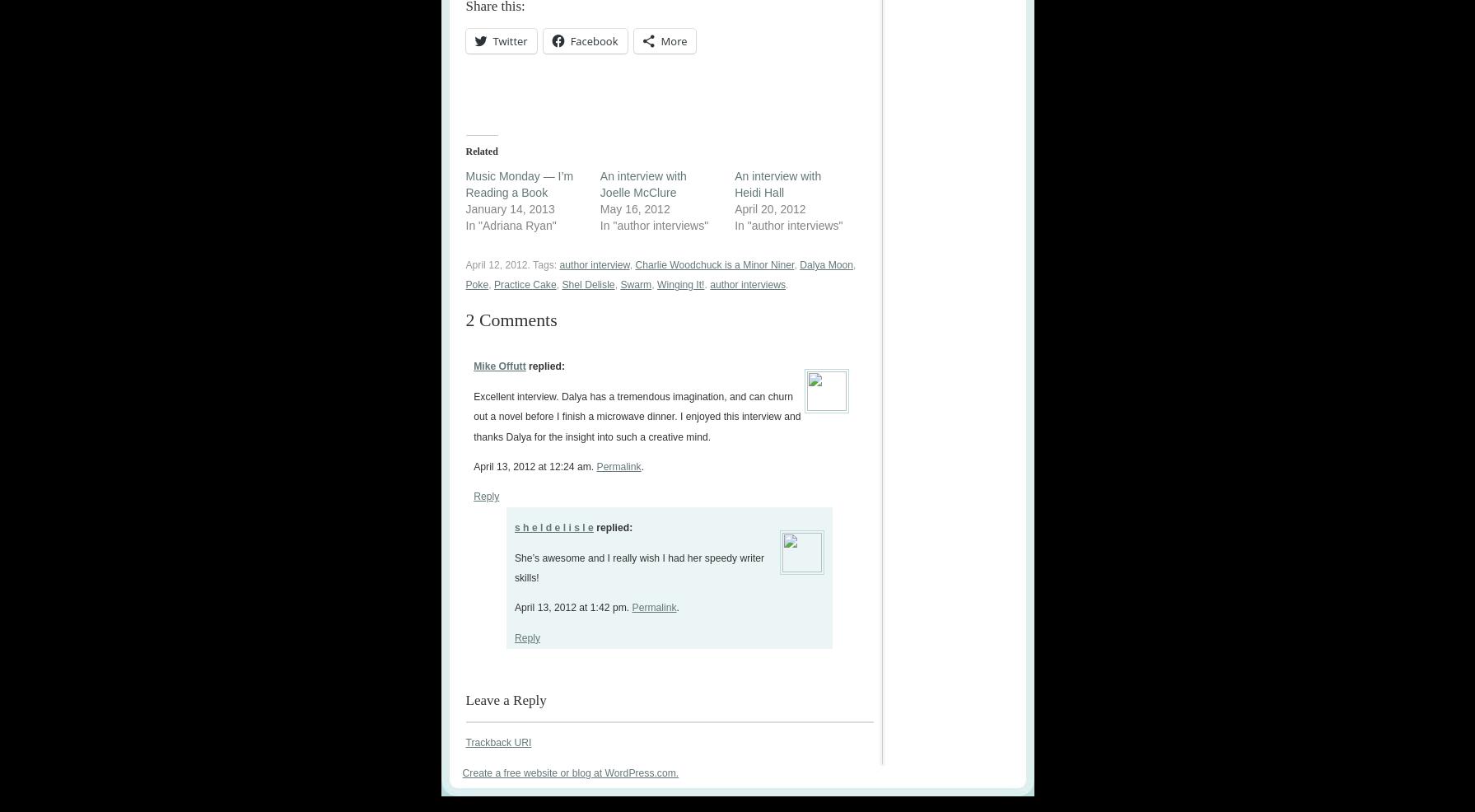  Describe the element at coordinates (637, 415) in the screenshot. I see `'Excellent interview. Dalya has a tremendous imagination, and can churn out a novel before I finish a microwave dinner. I enjoyed this interview and thanks Dalya for the insight into such a creative mind.'` at that location.